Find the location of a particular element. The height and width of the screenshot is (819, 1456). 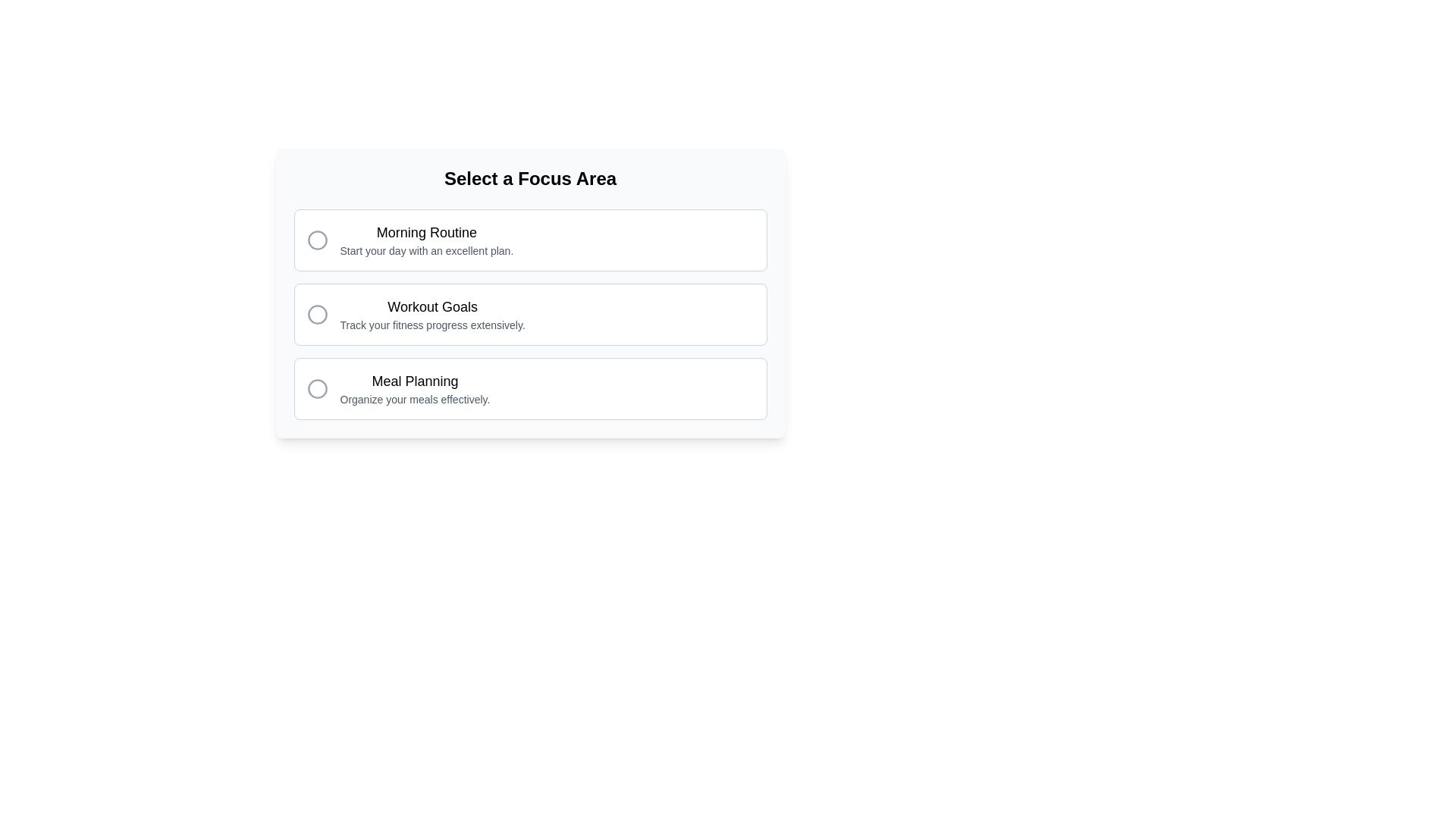

descriptive text label regarding 'Workout Goals' that is located below the heading 'Workout Goals' in the second list item of the 'Select a Focus Area' section is located at coordinates (431, 324).